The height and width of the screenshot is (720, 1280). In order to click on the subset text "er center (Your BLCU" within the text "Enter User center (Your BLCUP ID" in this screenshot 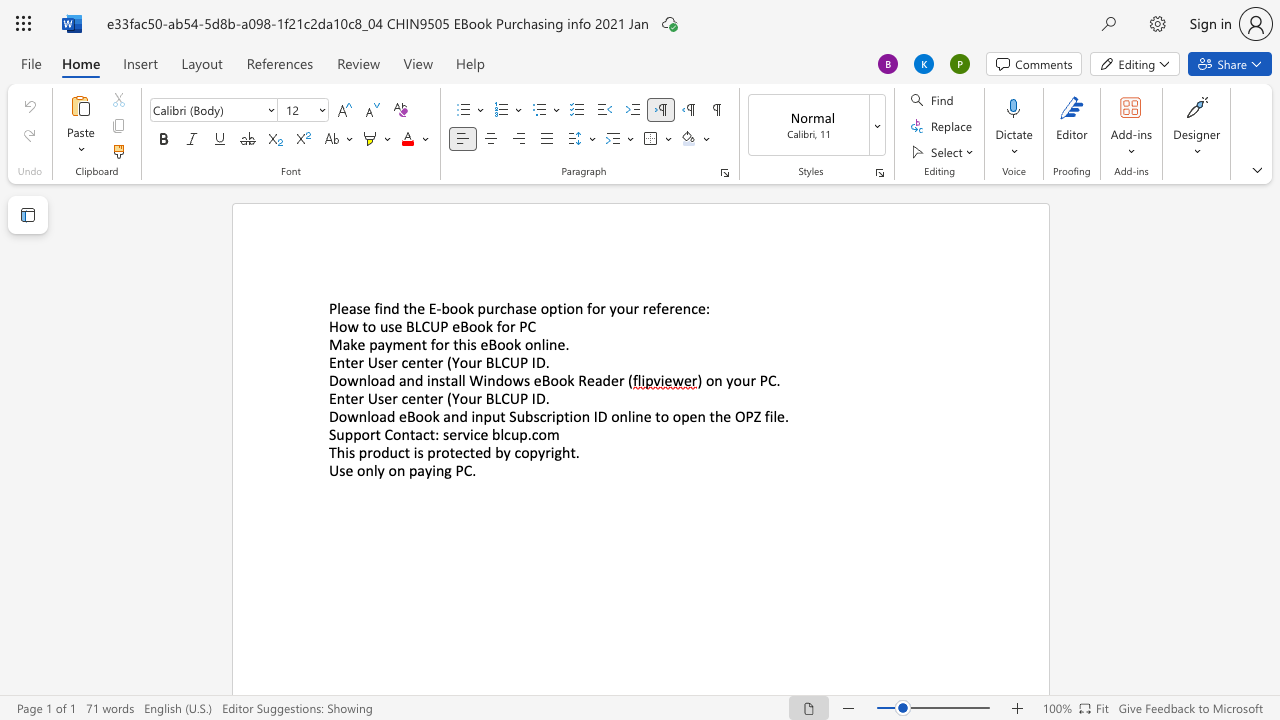, I will do `click(384, 398)`.